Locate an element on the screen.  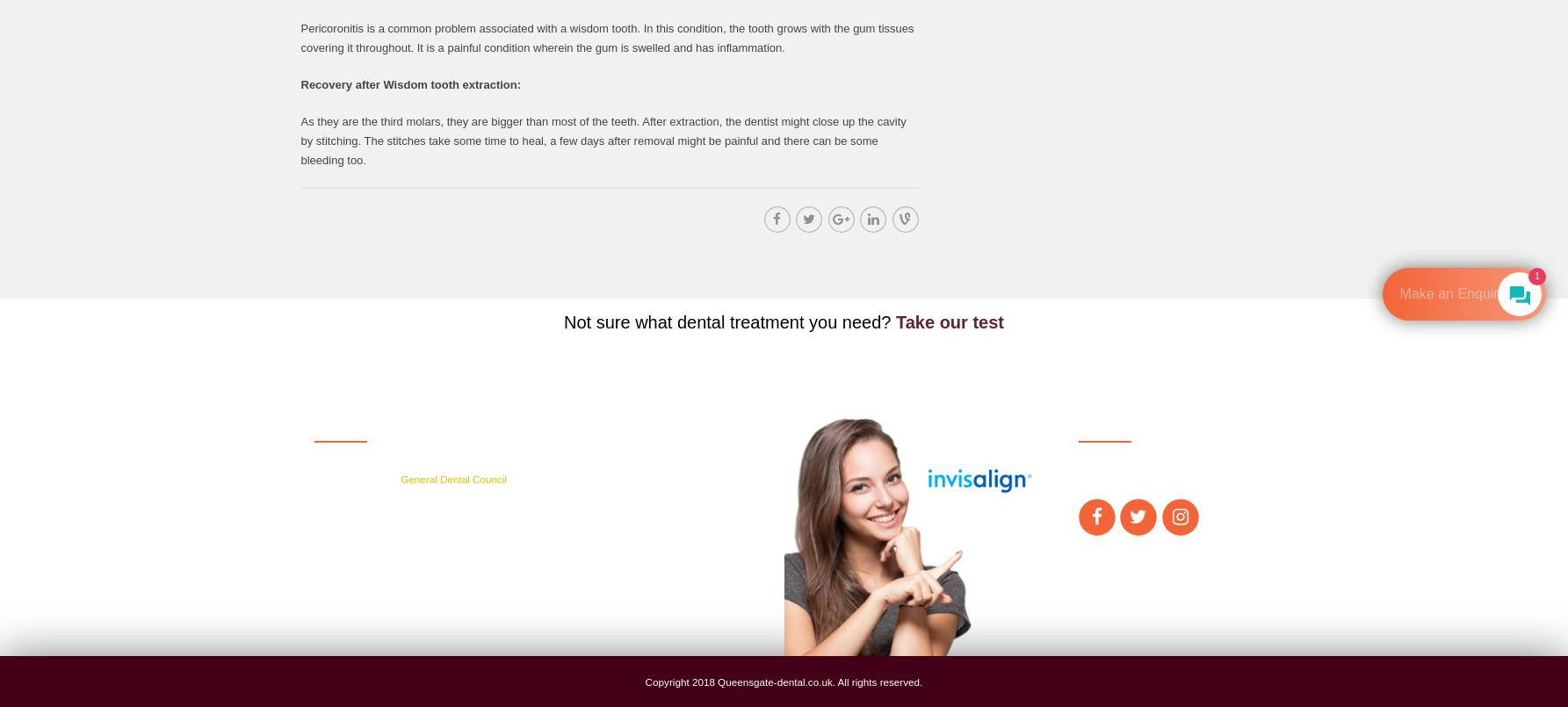
'1' is located at coordinates (1535, 275).